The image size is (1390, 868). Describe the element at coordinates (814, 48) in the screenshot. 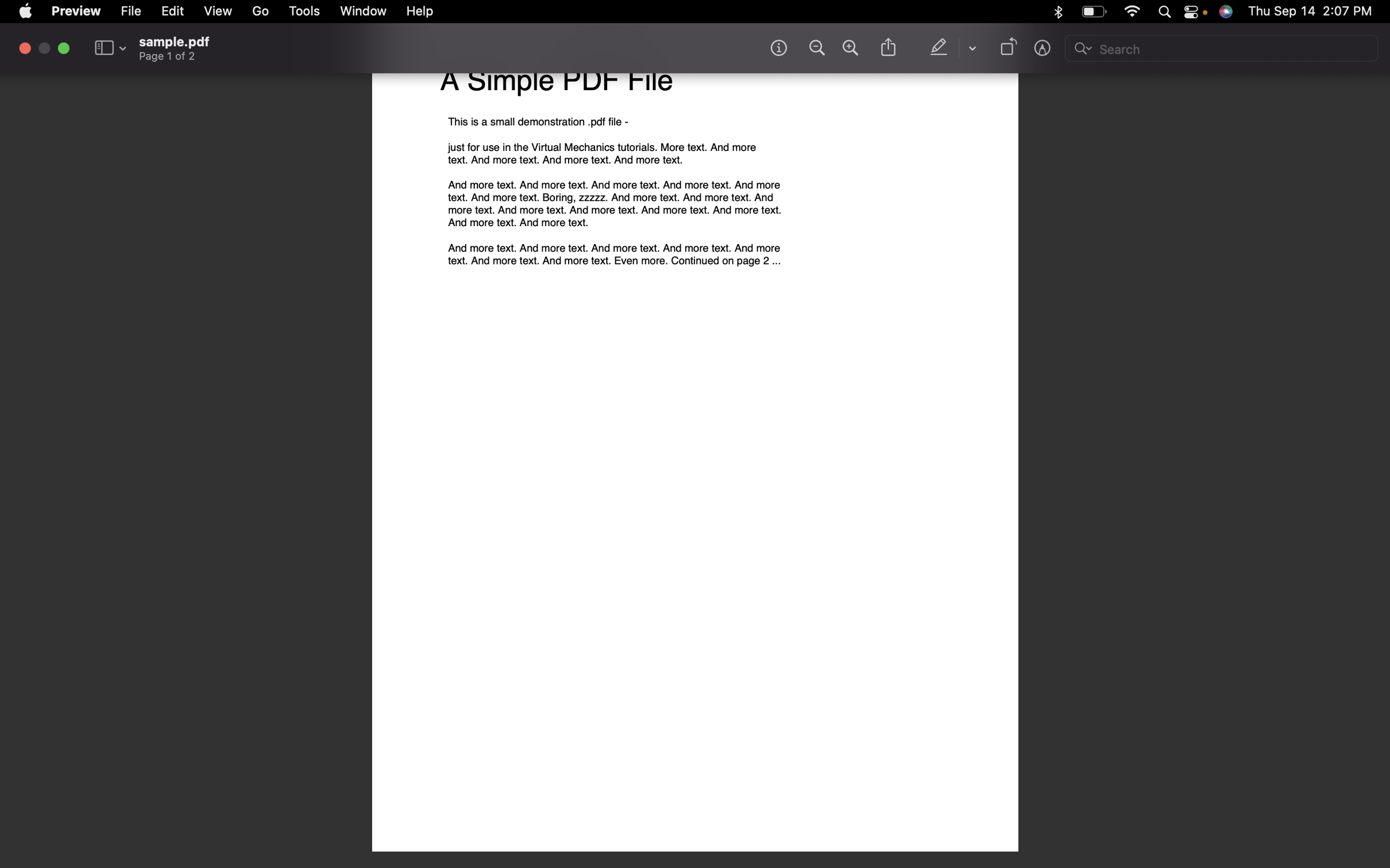

I see `the viewing scale of the document` at that location.